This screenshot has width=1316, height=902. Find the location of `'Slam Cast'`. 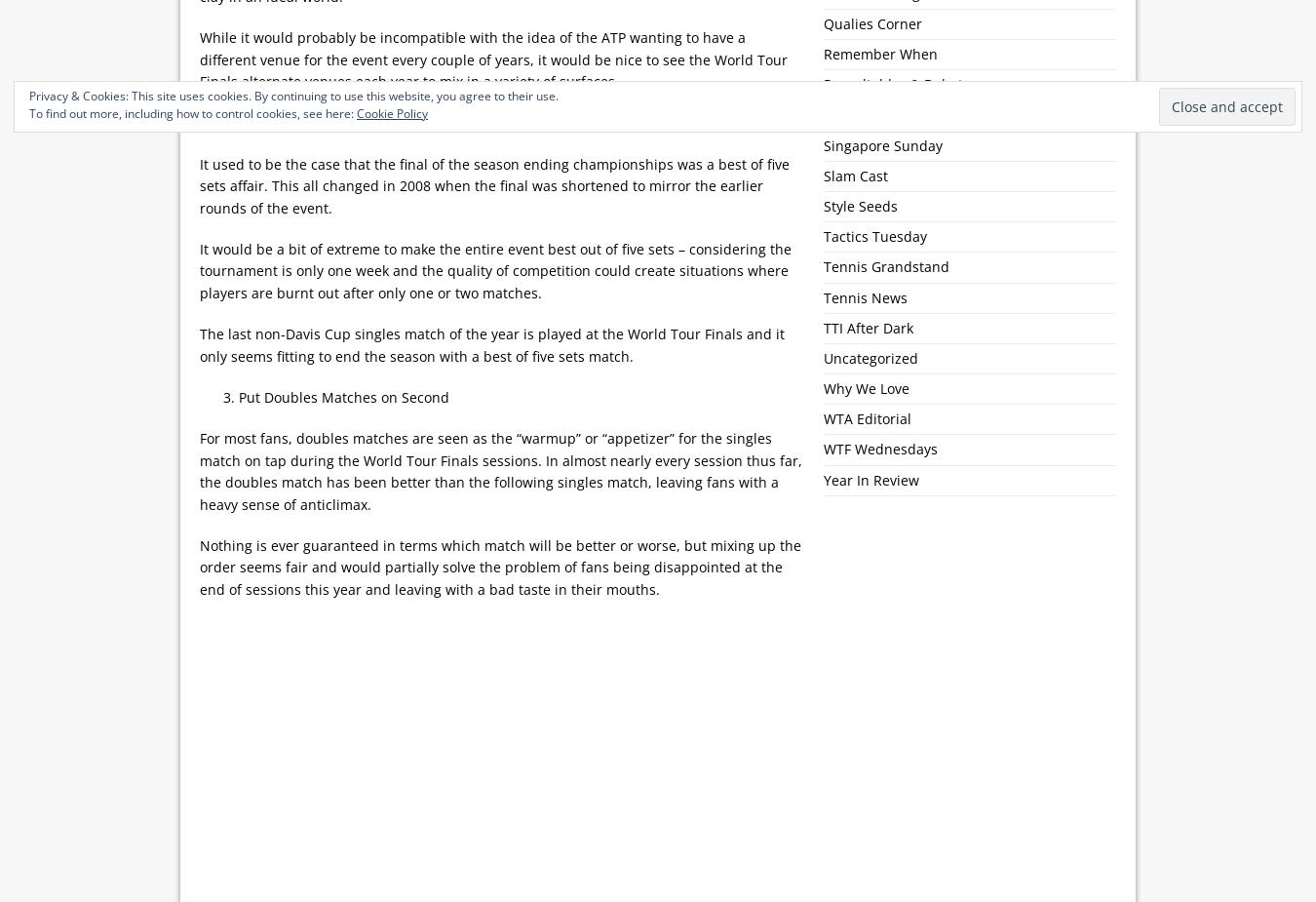

'Slam Cast' is located at coordinates (856, 174).